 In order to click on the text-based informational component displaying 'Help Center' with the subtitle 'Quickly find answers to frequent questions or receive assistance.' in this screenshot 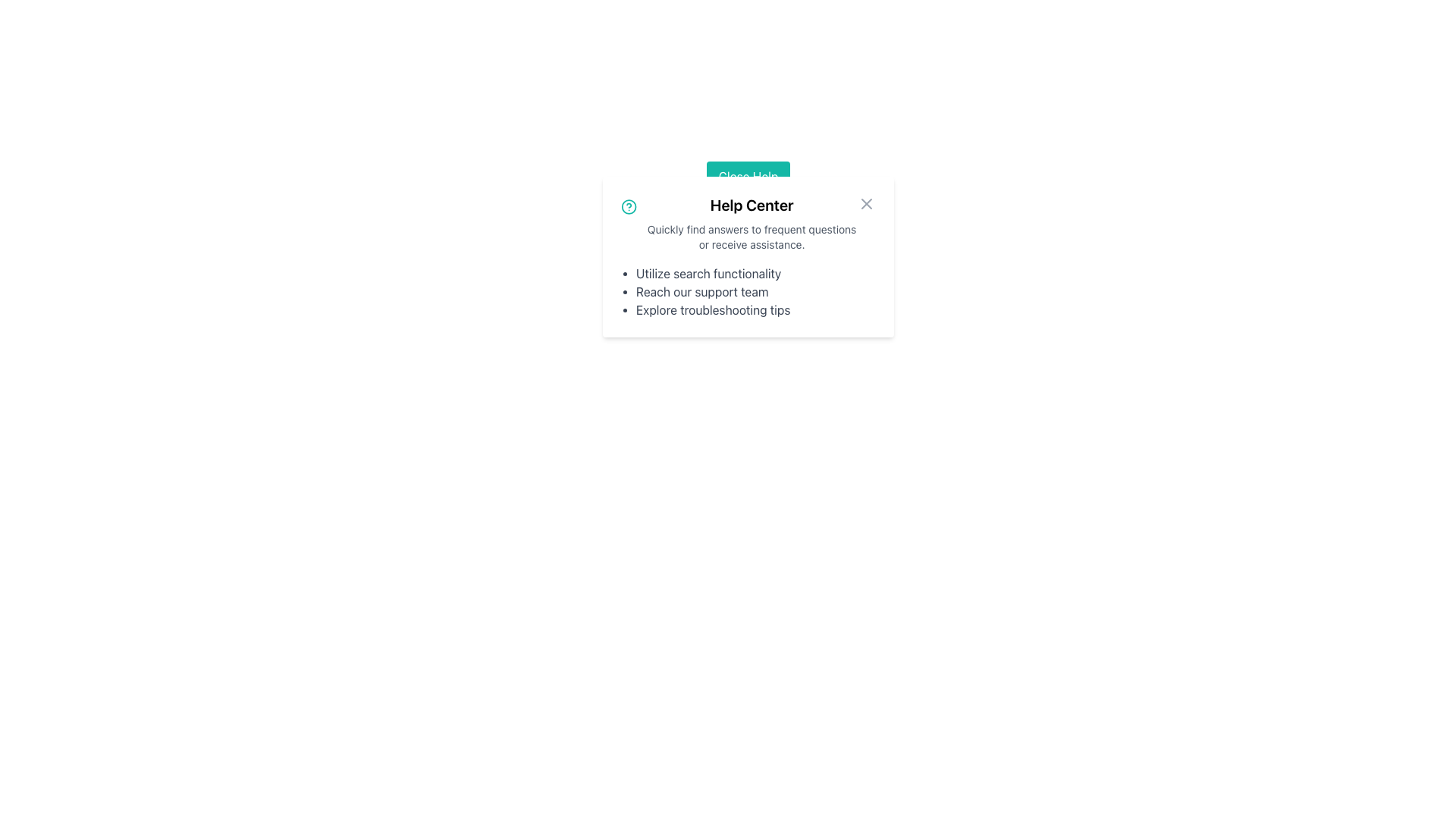, I will do `click(752, 223)`.